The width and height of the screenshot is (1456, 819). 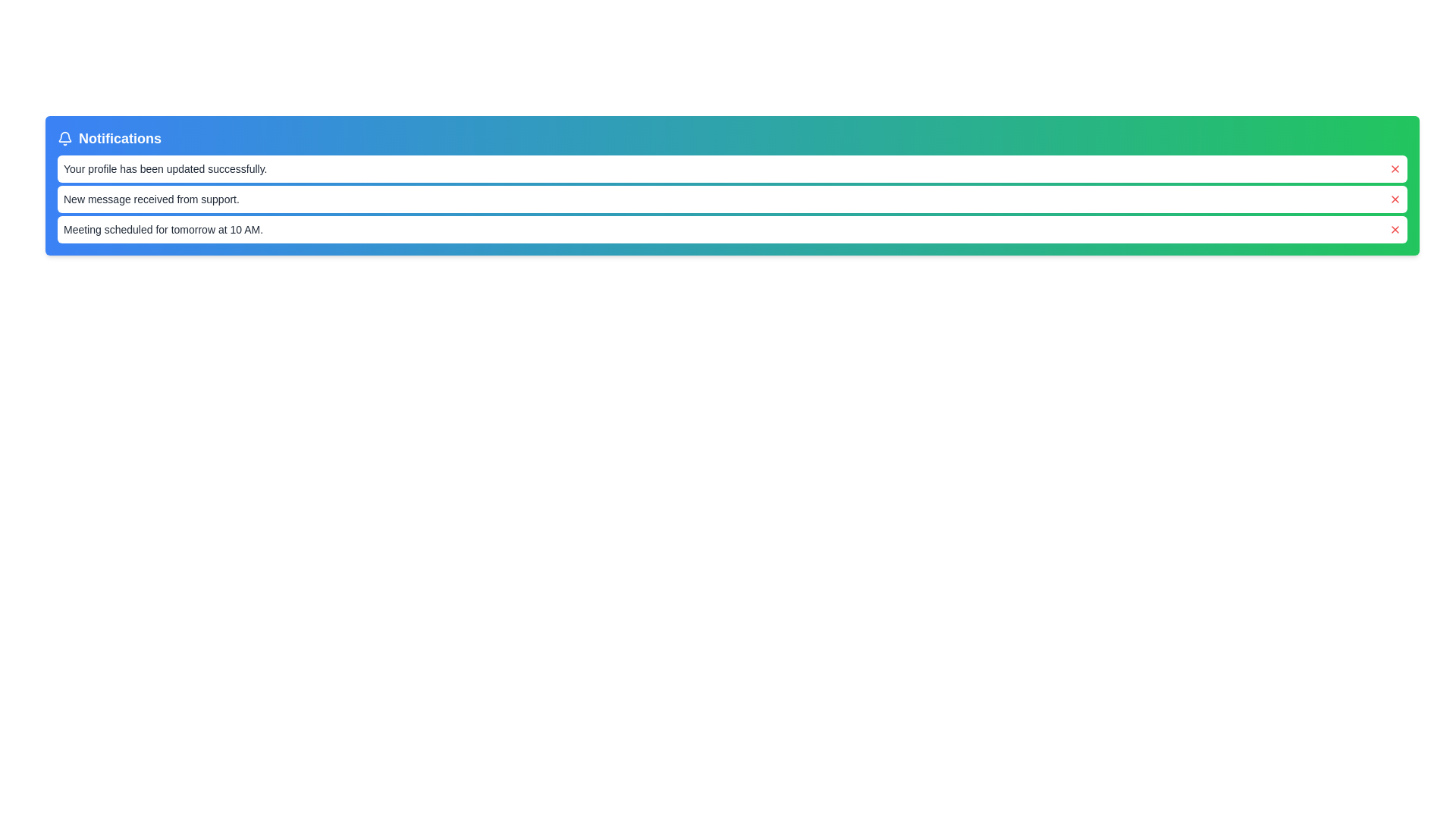 I want to click on the bell icon located, so click(x=64, y=136).